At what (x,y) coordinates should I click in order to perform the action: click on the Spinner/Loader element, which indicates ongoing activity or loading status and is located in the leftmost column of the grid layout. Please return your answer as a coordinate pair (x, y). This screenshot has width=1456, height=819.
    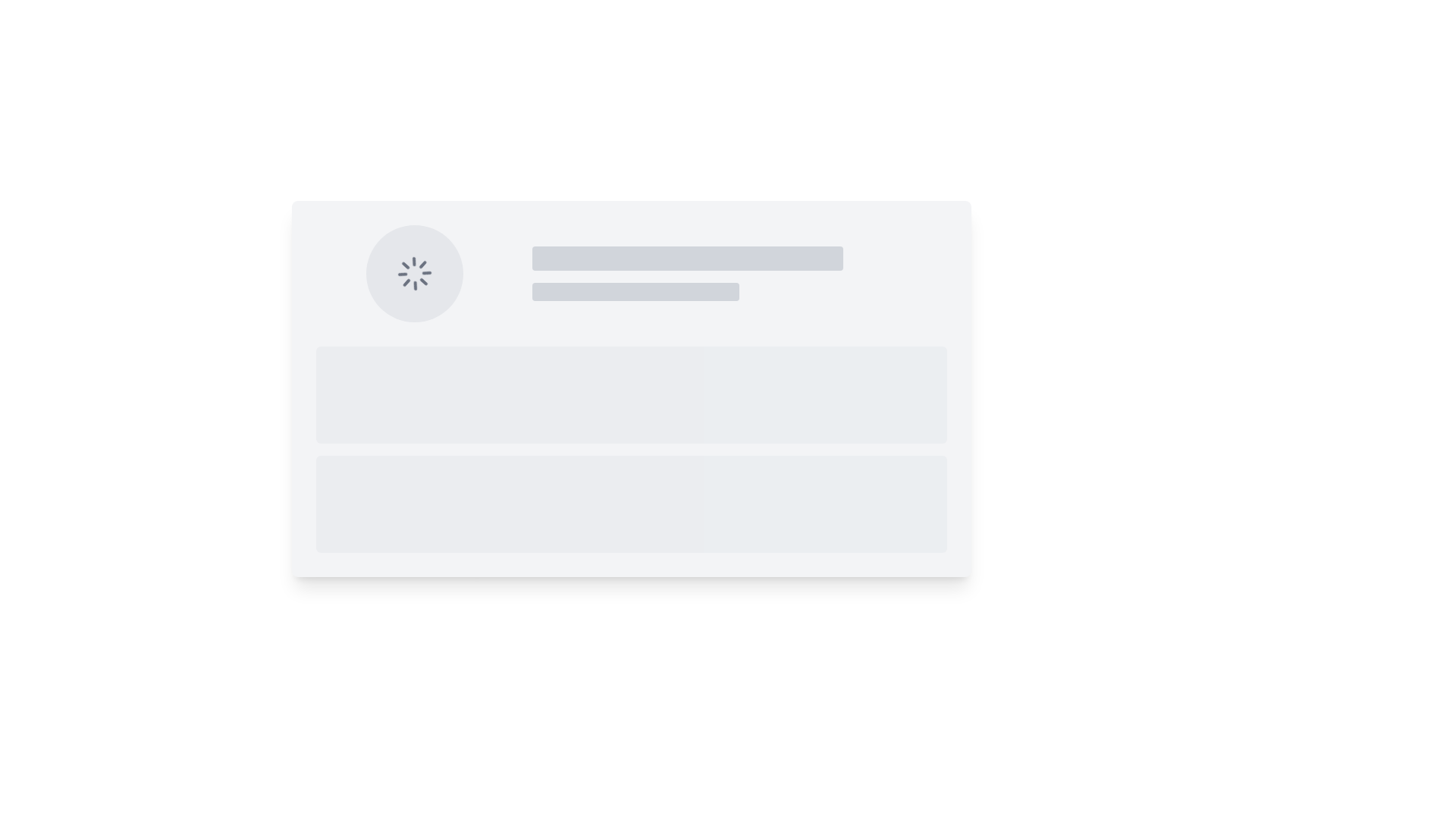
    Looking at the image, I should click on (415, 274).